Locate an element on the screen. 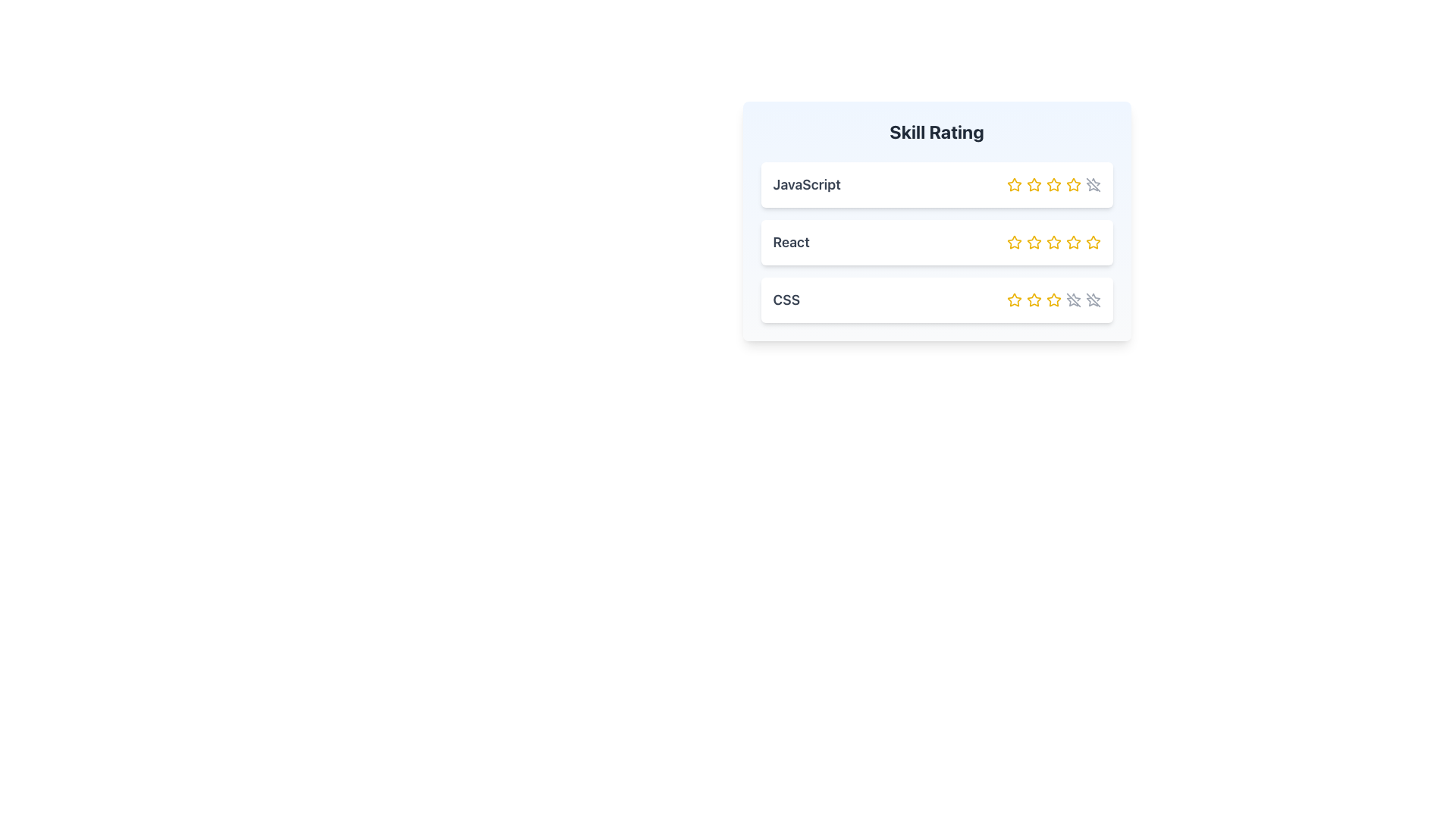 Image resolution: width=1456 pixels, height=819 pixels. the fourth star in the rating section of the 'React' row, which is part of a rating system is located at coordinates (1072, 242).